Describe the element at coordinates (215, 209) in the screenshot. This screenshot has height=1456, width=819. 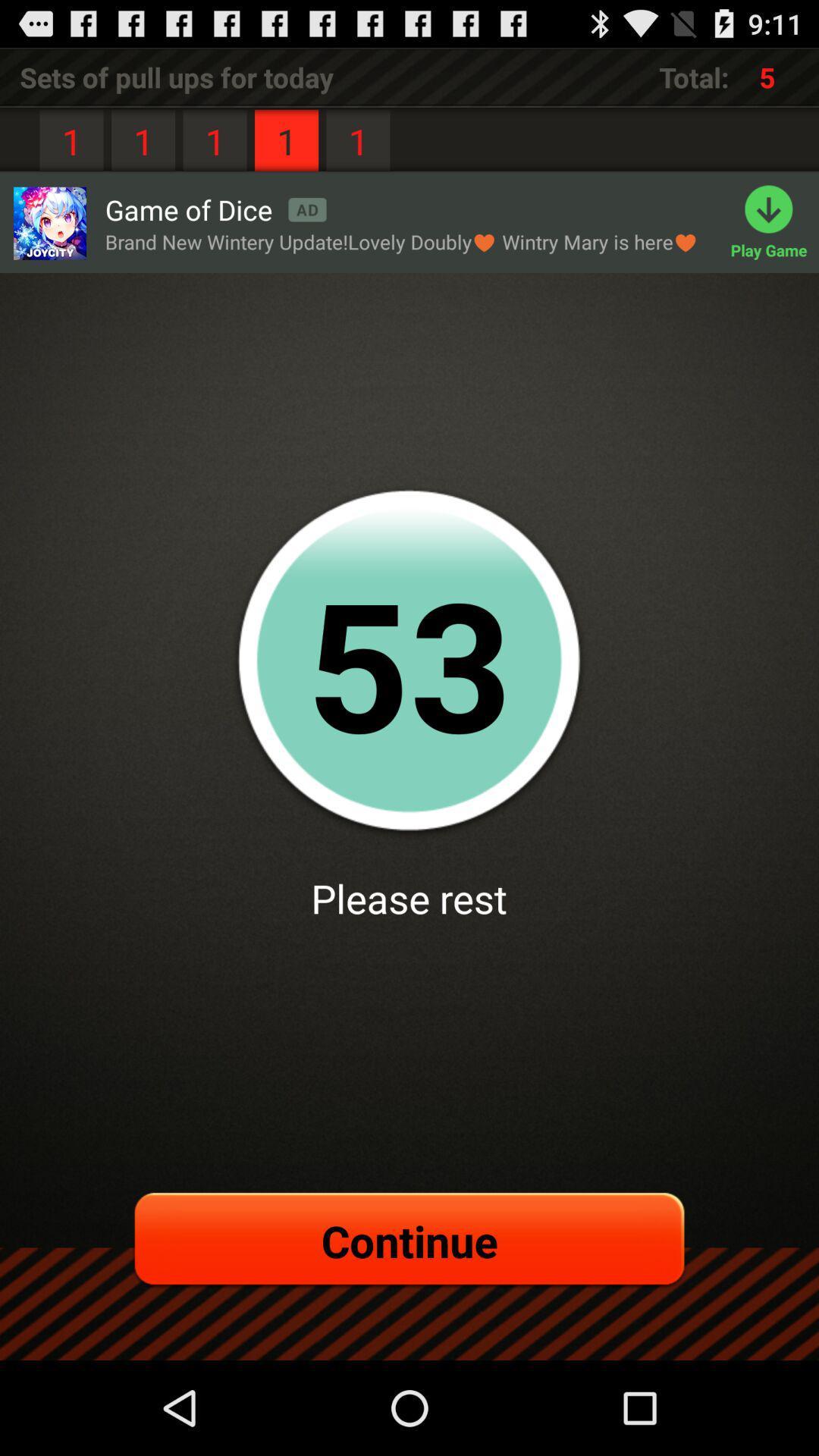
I see `game of dice` at that location.